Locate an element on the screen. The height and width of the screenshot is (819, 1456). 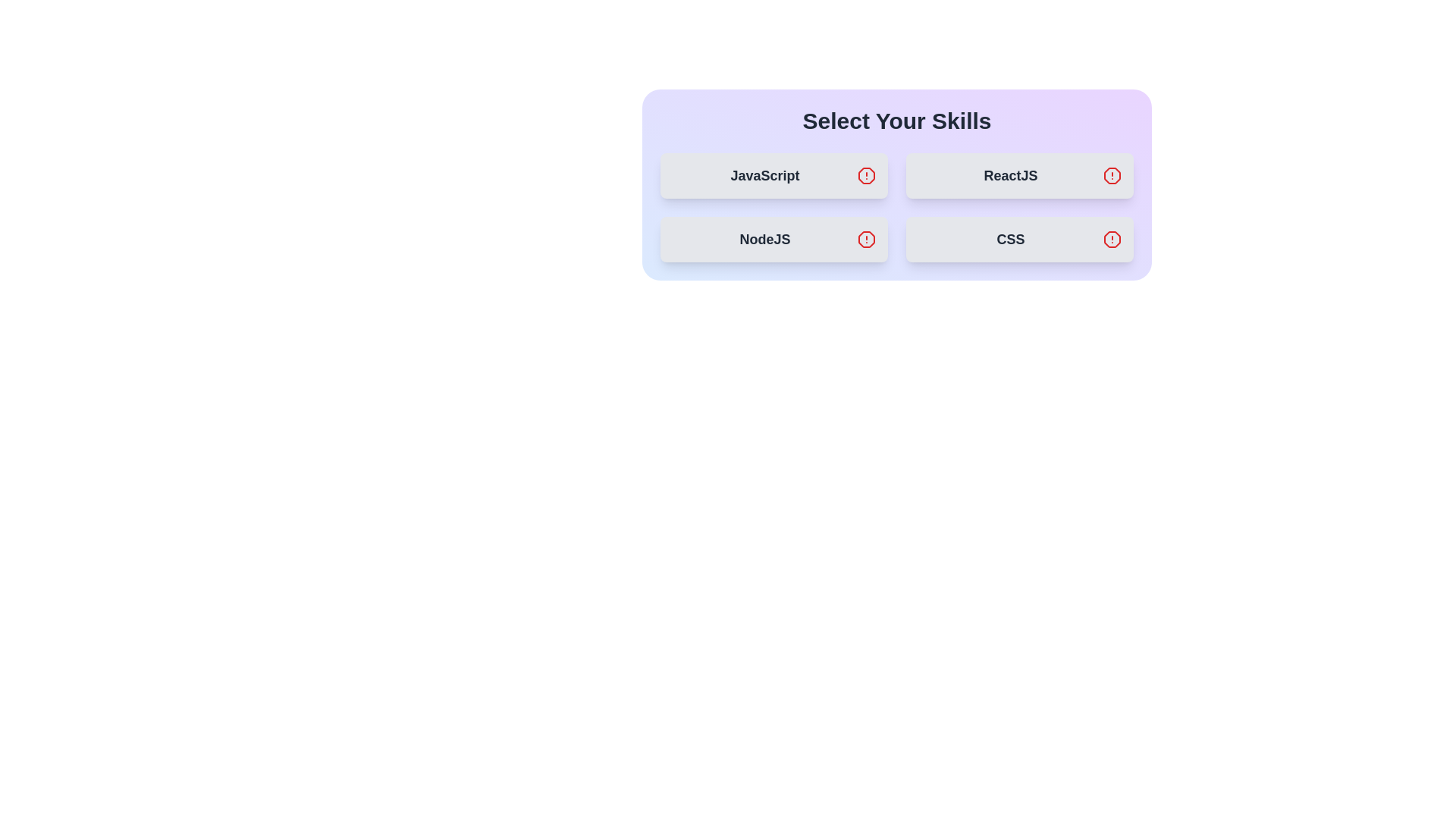
the skill item ReactJS is located at coordinates (1019, 174).